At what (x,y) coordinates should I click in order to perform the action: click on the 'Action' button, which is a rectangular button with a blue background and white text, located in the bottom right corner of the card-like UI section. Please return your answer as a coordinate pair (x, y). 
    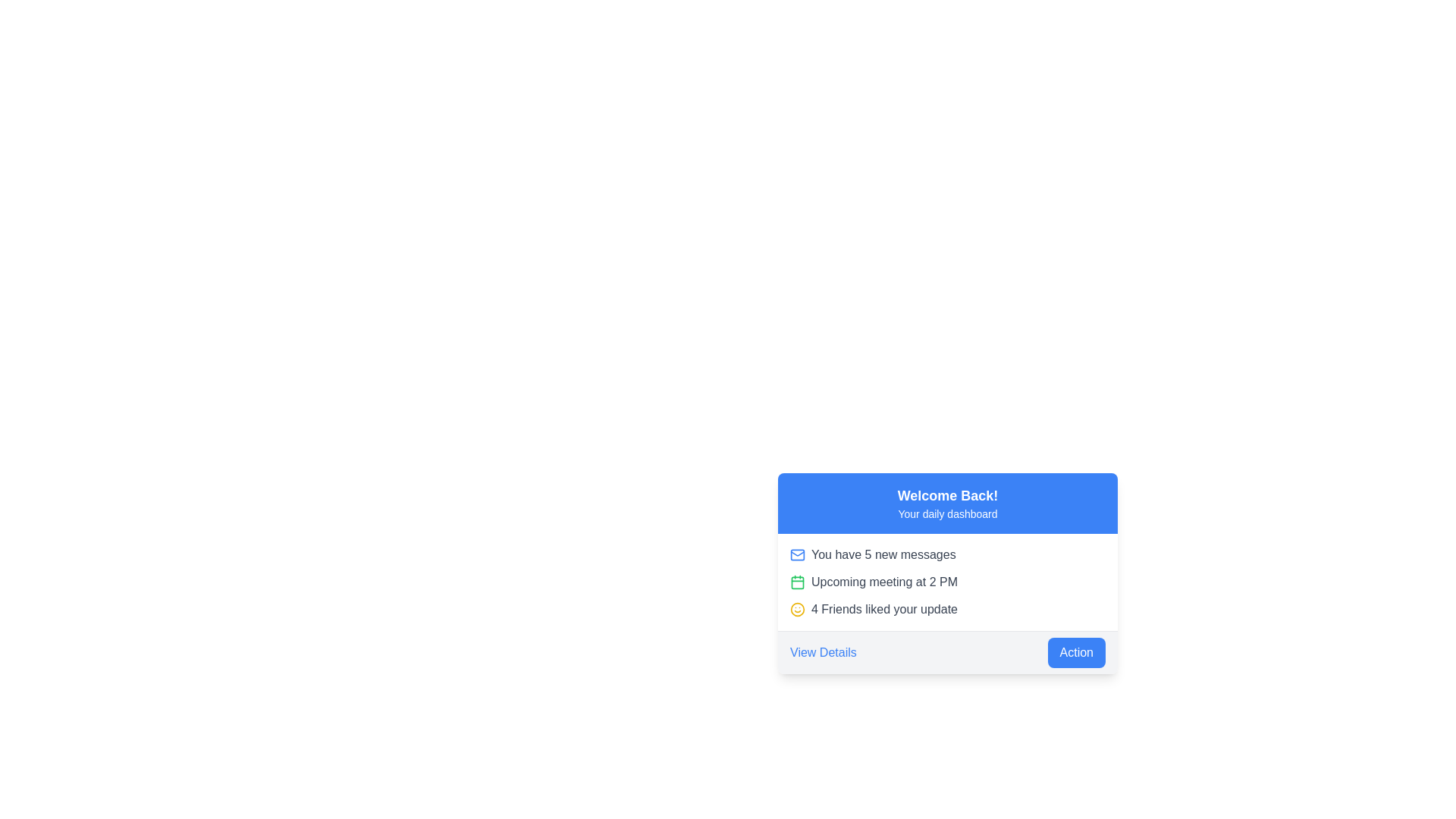
    Looking at the image, I should click on (1075, 651).